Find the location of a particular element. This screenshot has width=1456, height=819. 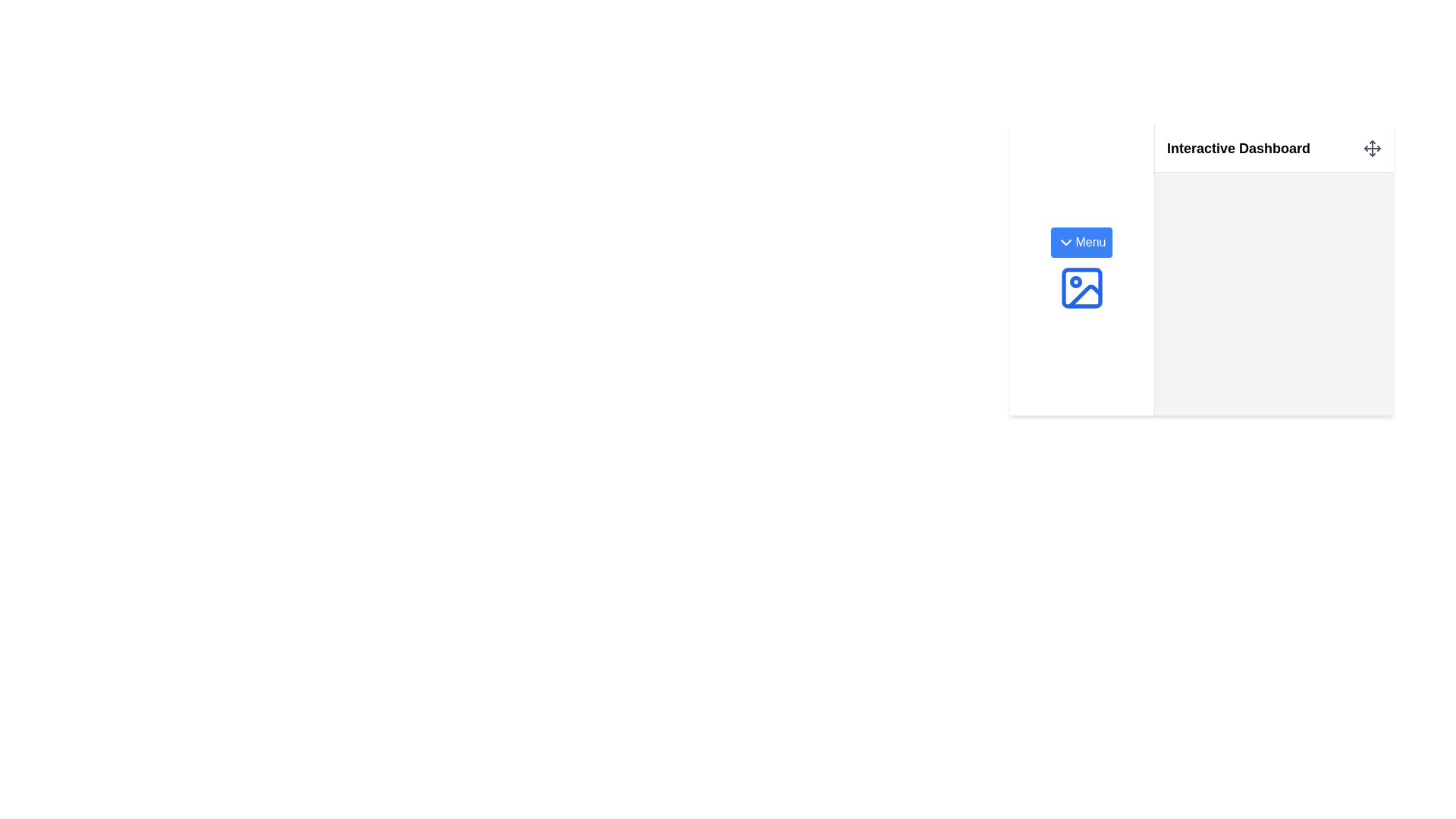

the icon representing four arrows pointing outward, located near the top-right corner of the 'Interactive Dashboard' header is located at coordinates (1372, 148).